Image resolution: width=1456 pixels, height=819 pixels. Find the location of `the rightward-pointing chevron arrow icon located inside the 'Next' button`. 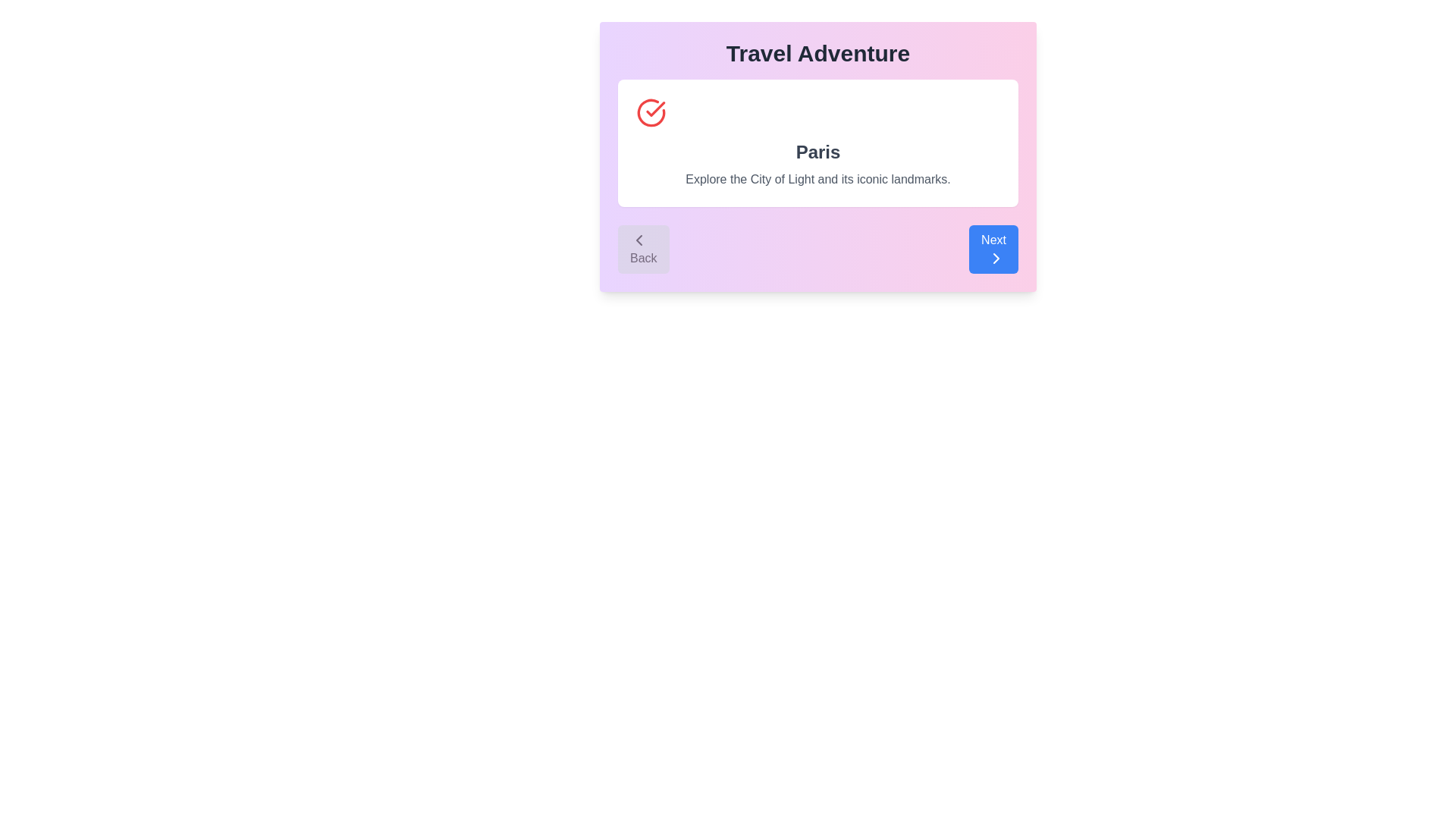

the rightward-pointing chevron arrow icon located inside the 'Next' button is located at coordinates (996, 257).